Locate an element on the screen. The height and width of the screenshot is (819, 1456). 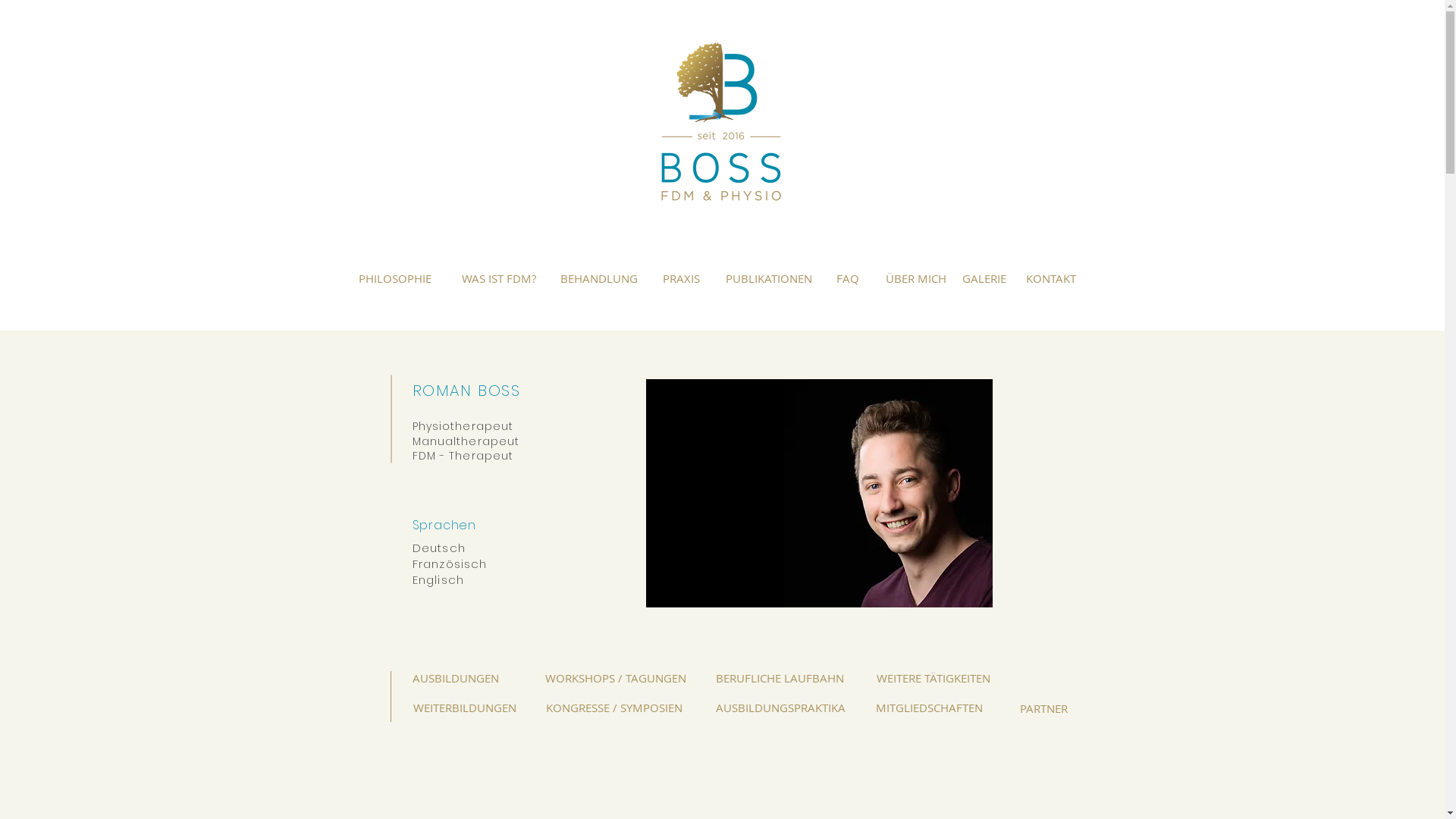
'AUSBILDUNGSPRAKTIKA' is located at coordinates (715, 708).